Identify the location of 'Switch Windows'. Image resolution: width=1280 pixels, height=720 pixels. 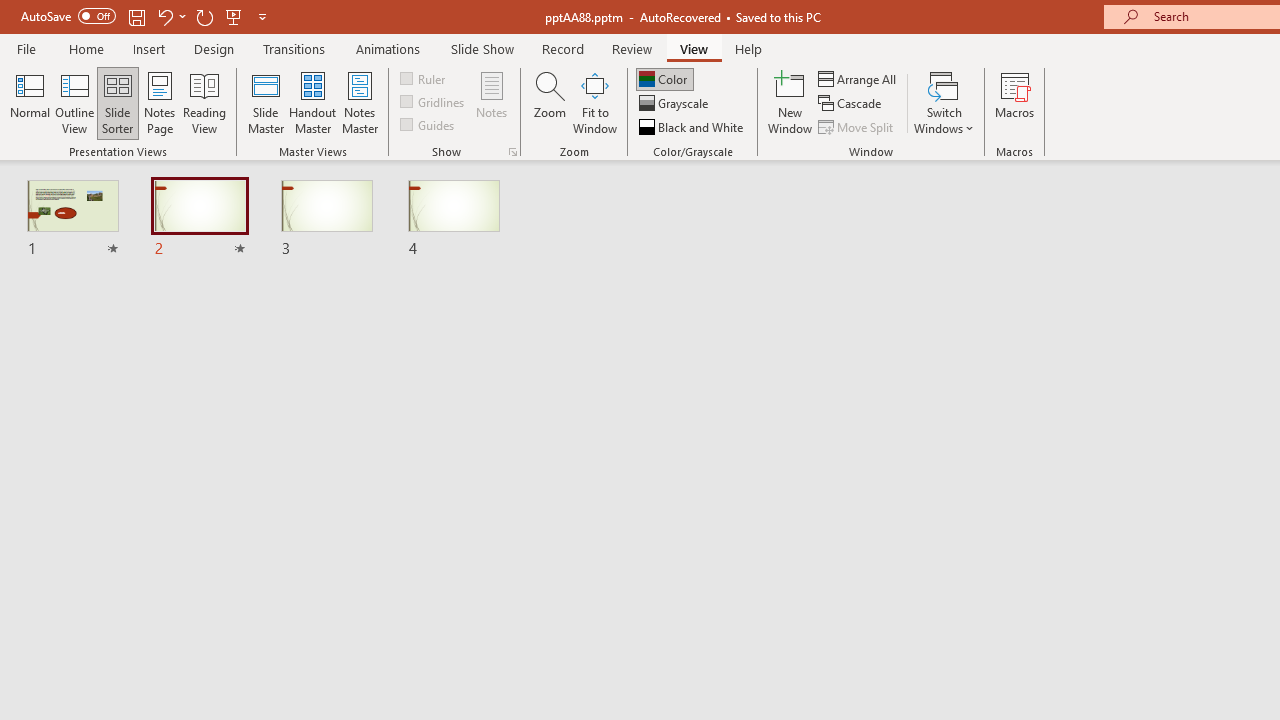
(943, 103).